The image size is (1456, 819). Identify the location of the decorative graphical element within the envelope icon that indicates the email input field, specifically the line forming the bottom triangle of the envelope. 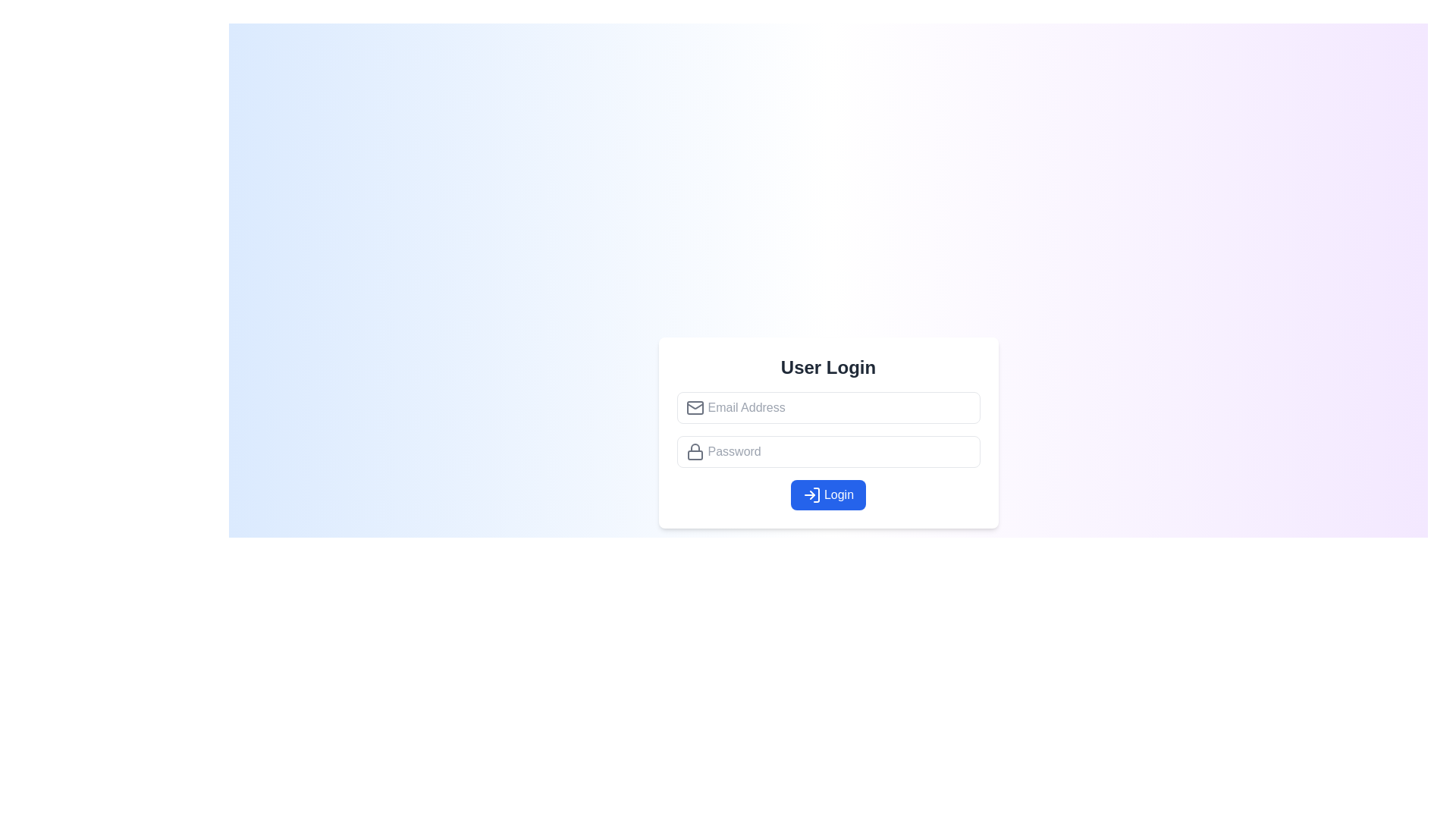
(694, 406).